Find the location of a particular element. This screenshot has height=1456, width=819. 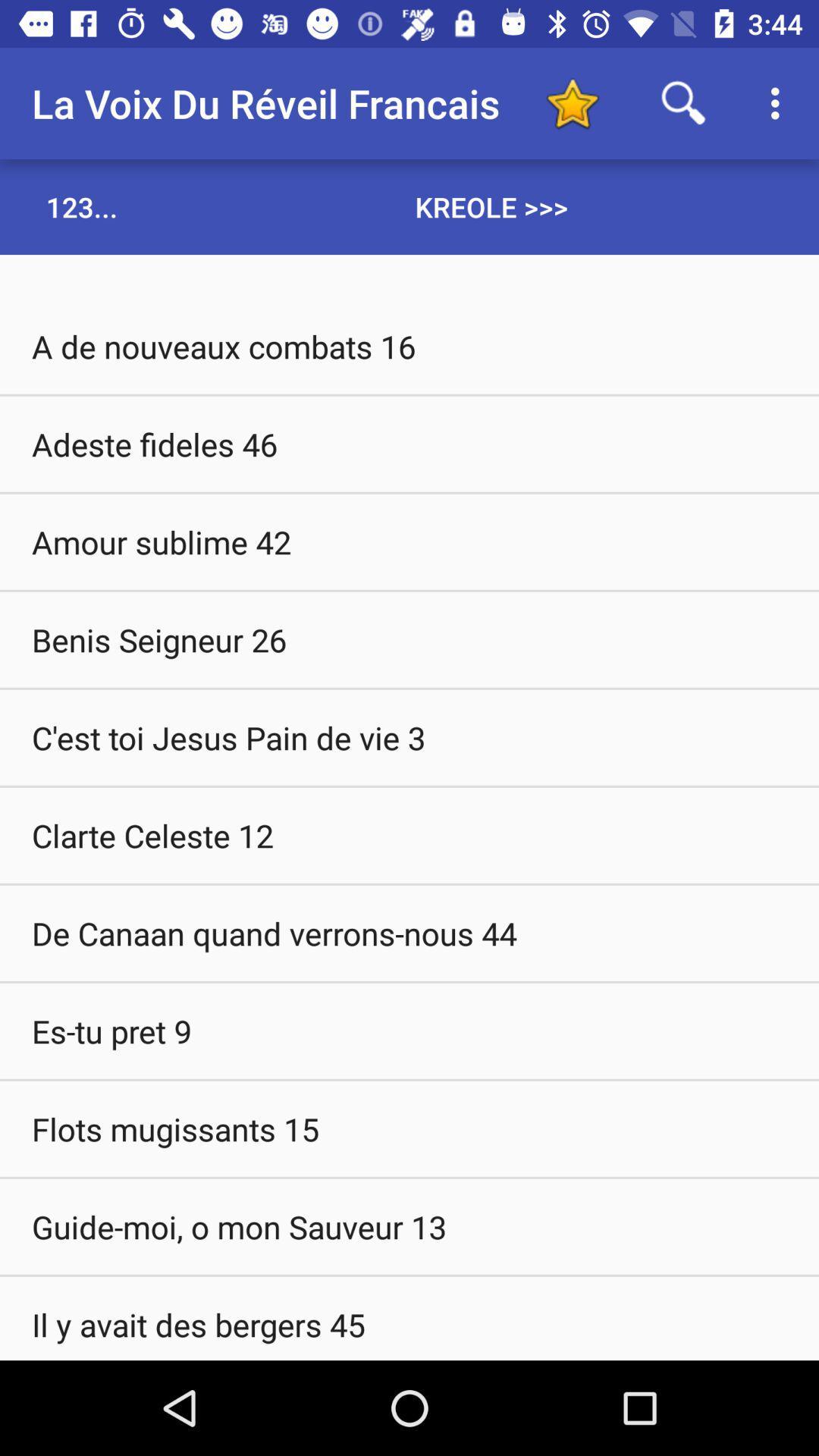

the item above clarte celeste 12 is located at coordinates (409, 737).